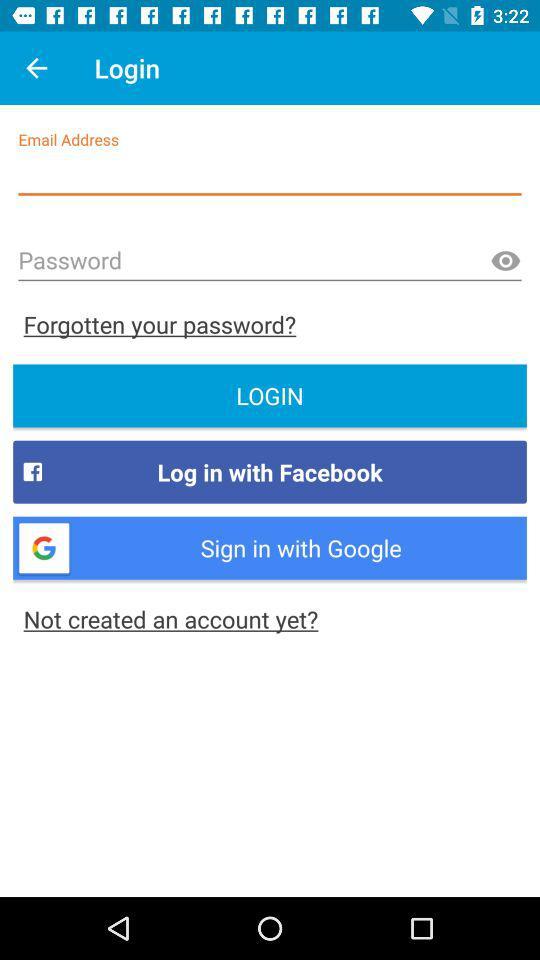 The height and width of the screenshot is (960, 540). I want to click on the version, so click(504, 260).